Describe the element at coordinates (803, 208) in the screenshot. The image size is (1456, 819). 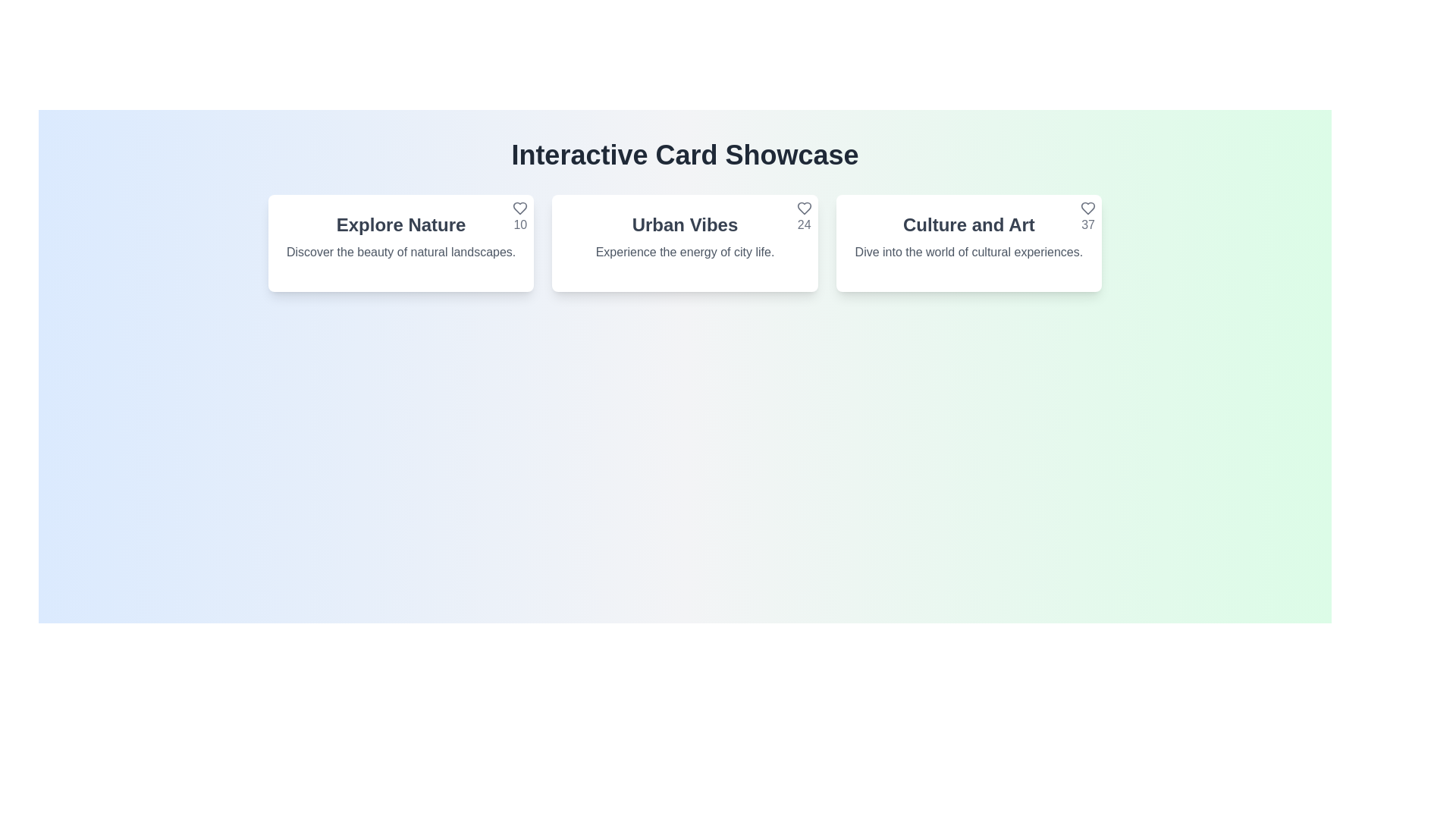
I see `the heart icon outlined in the top-right corner of the 'Urban Vibes' card` at that location.